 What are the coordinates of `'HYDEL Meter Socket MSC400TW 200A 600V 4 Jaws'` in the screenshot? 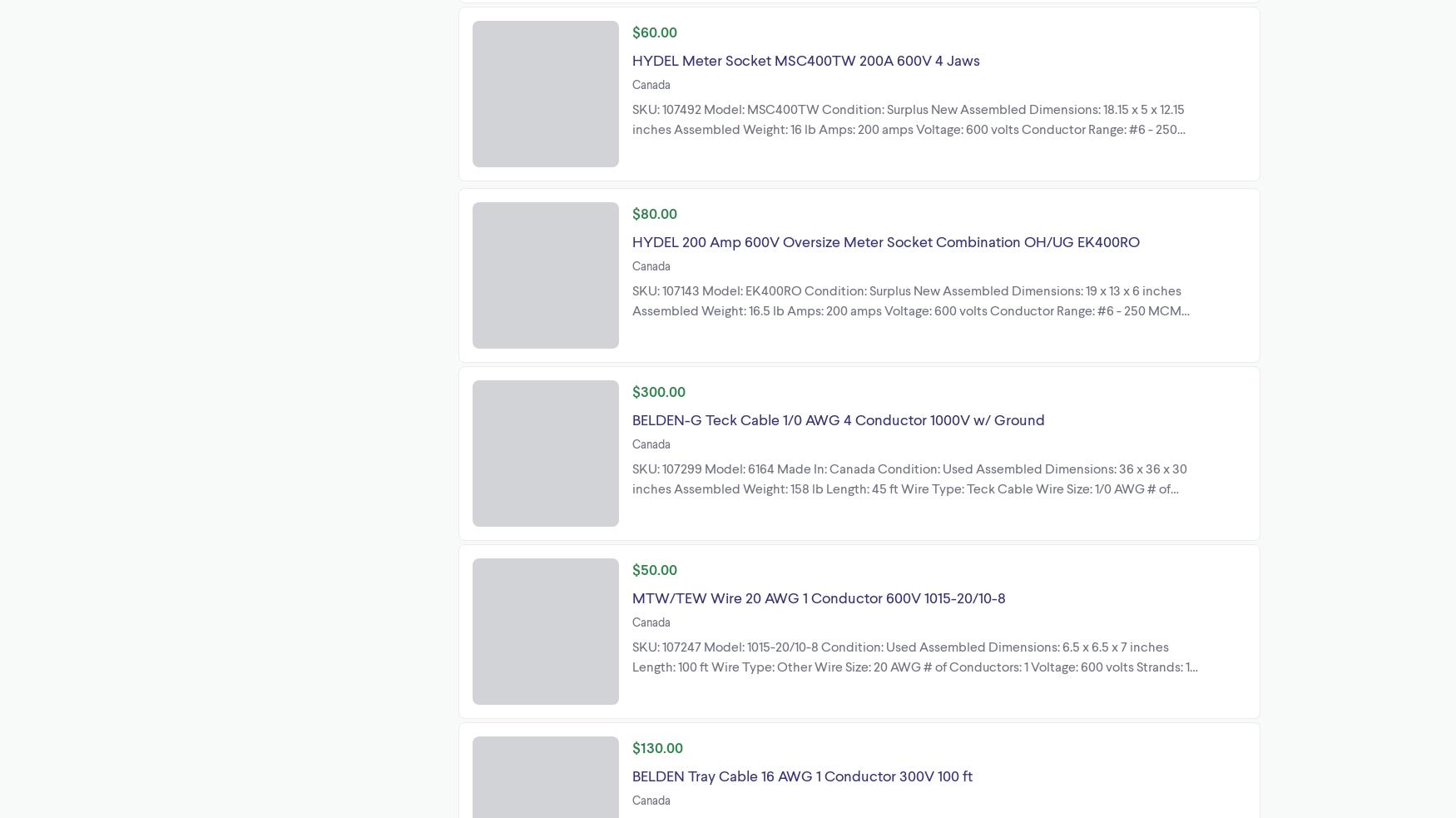 It's located at (805, 57).